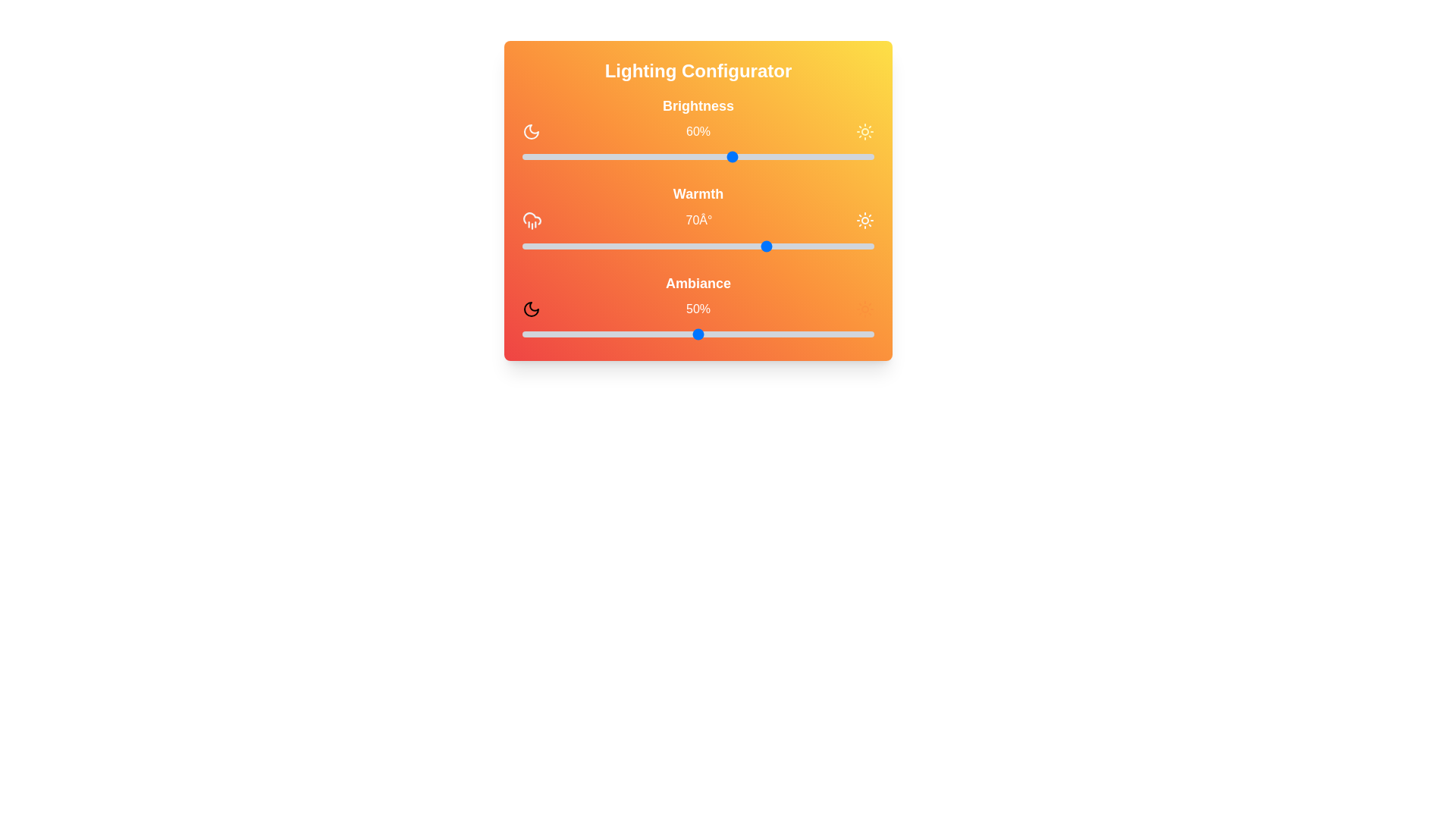 This screenshot has height=819, width=1456. Describe the element at coordinates (733, 157) in the screenshot. I see `the brightness slider to 60% by dragging the slider` at that location.